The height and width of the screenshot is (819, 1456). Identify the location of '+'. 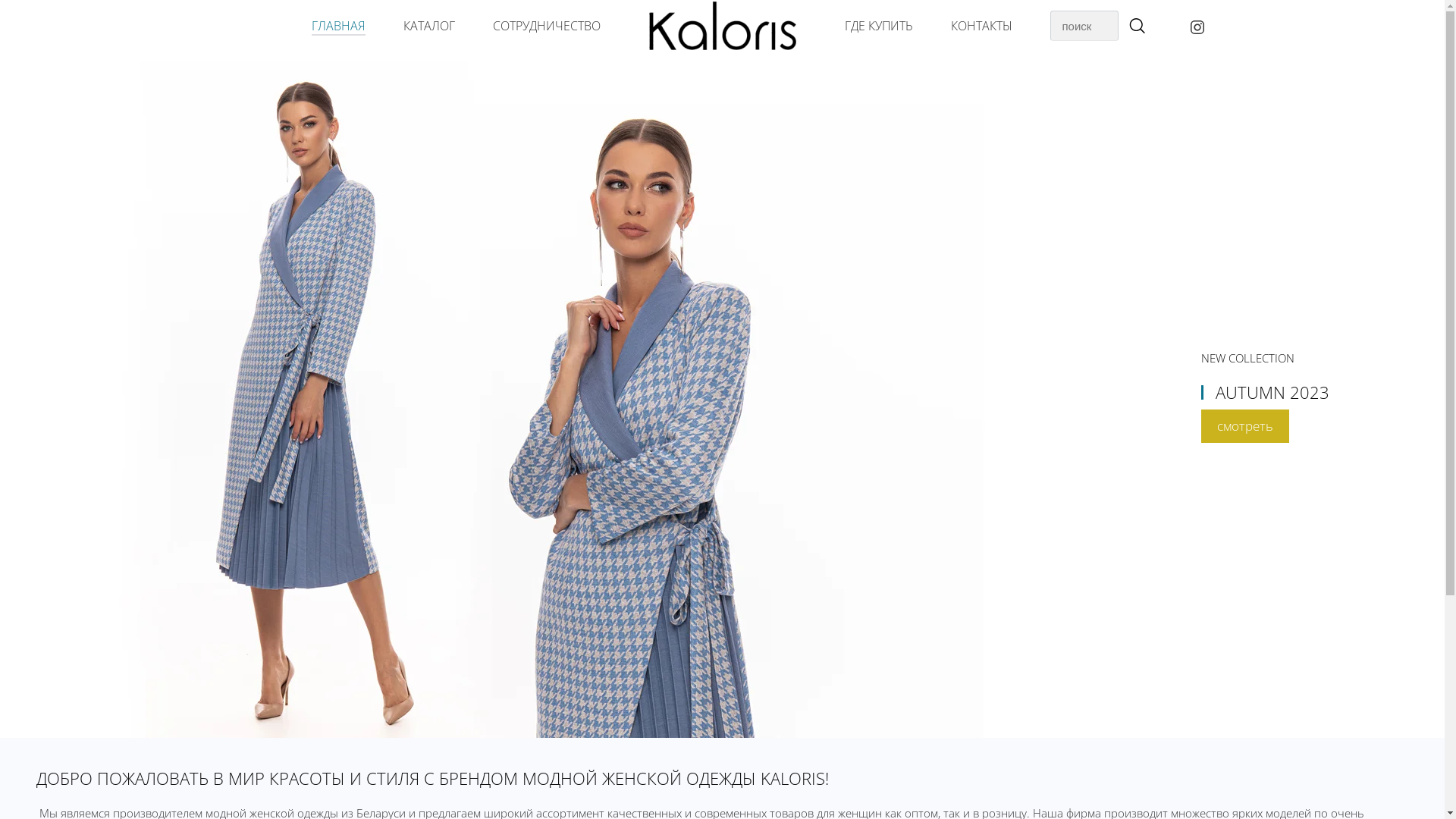
(1135, 27).